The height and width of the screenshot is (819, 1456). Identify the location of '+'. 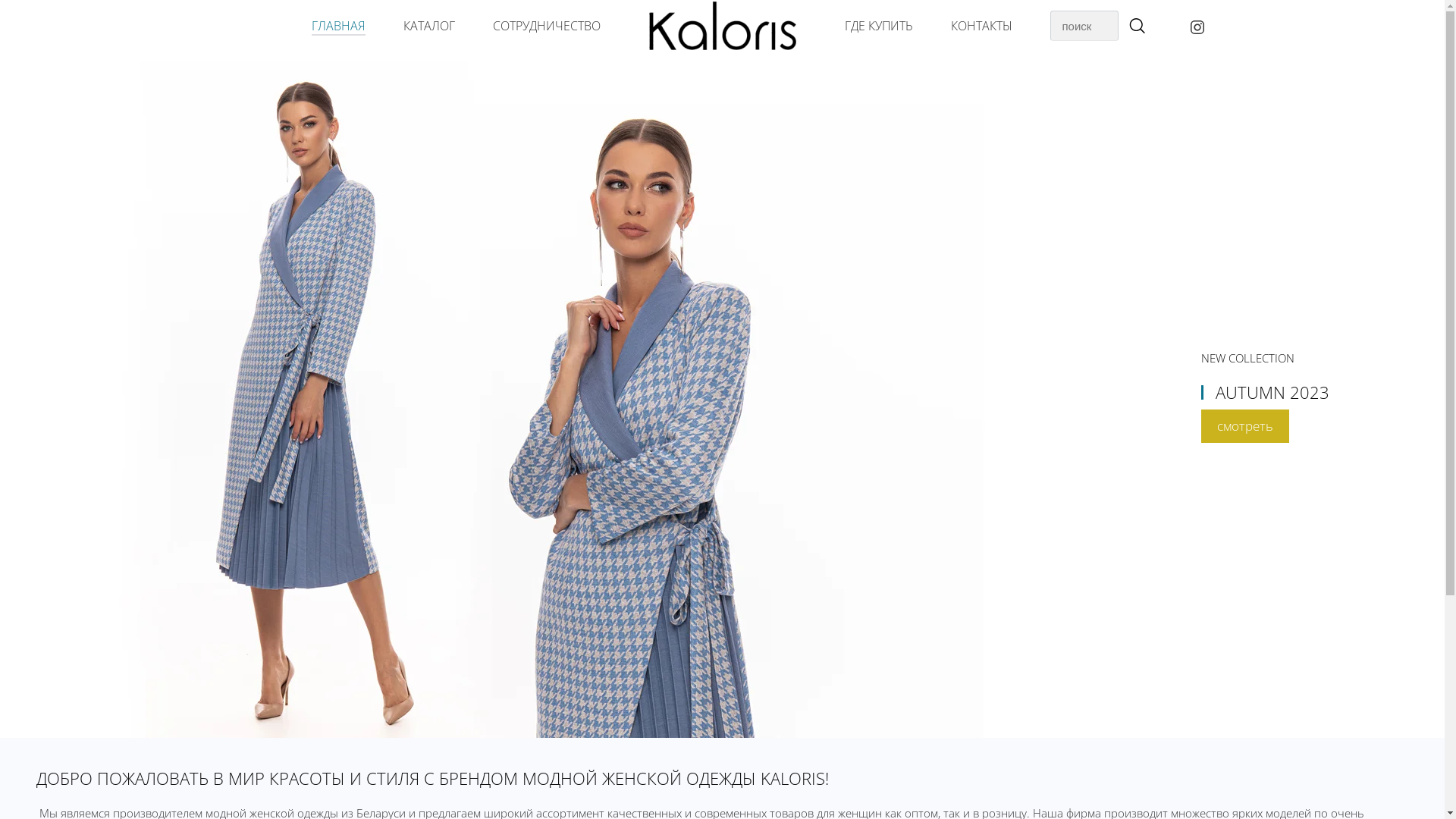
(1135, 27).